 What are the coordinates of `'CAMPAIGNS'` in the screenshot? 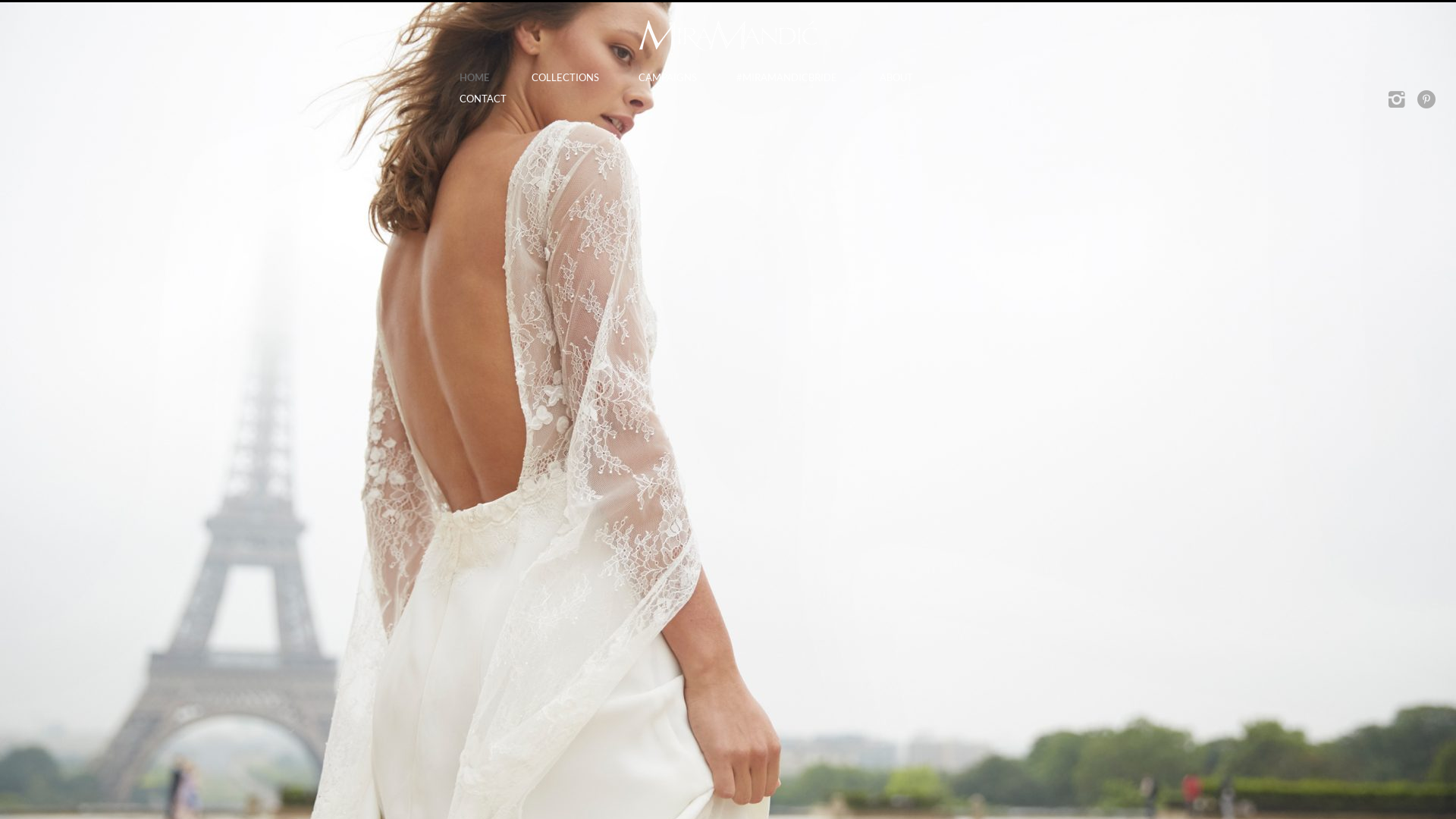 It's located at (666, 78).